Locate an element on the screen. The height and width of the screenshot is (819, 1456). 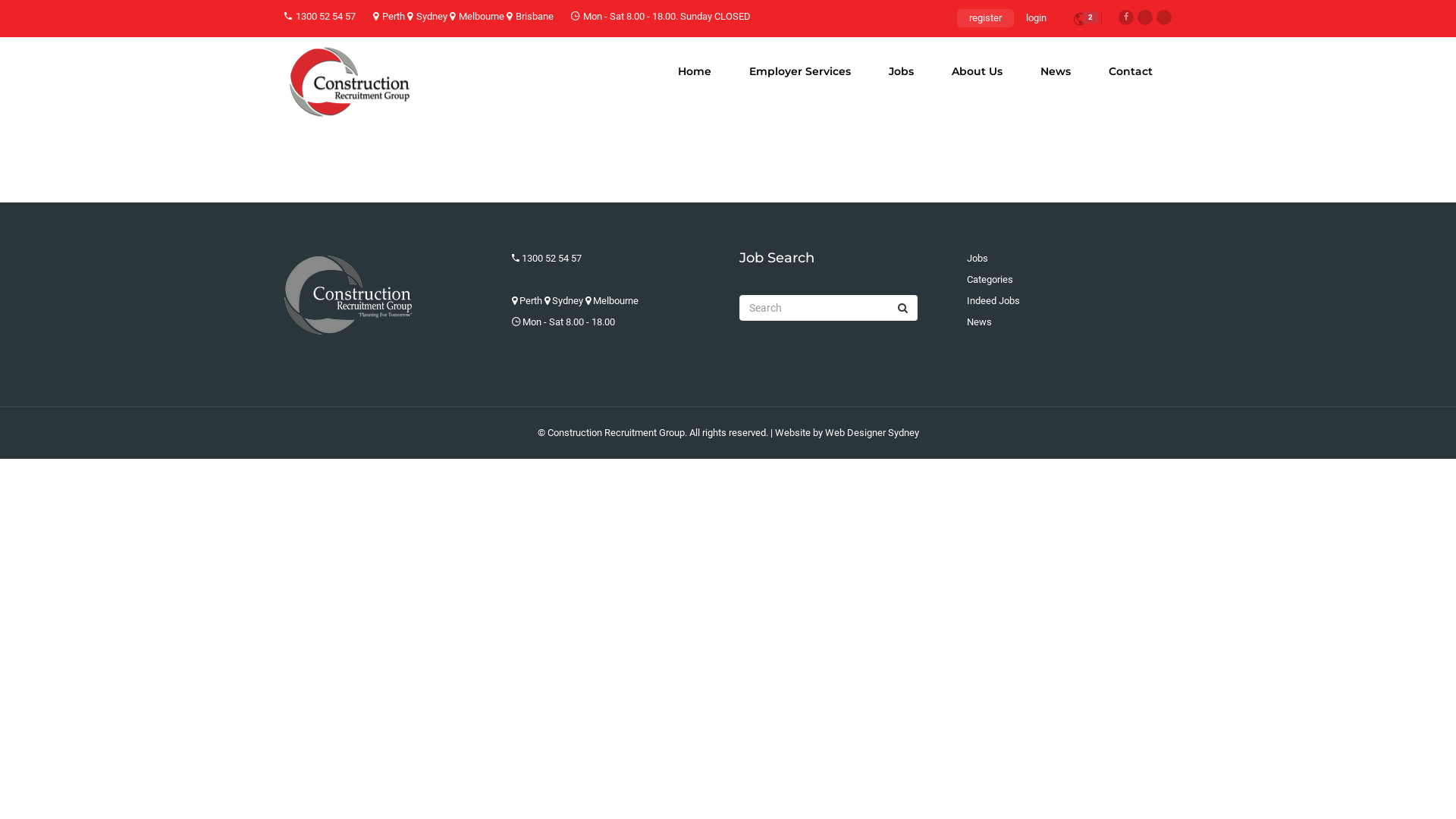
'News' is located at coordinates (1055, 71).